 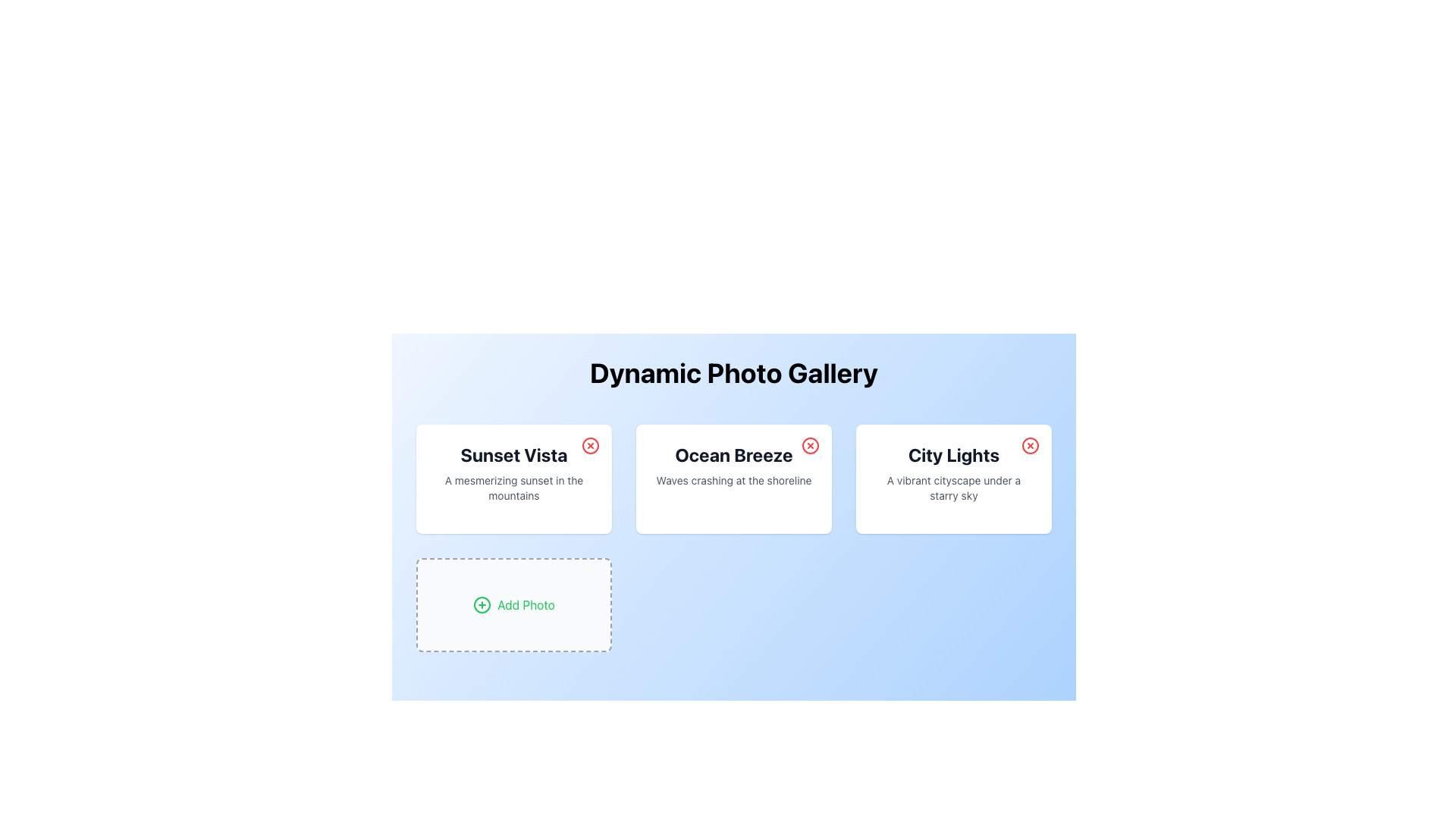 What do you see at coordinates (1030, 444) in the screenshot?
I see `the close button located in the top-right corner of the 'City Lights' card` at bounding box center [1030, 444].